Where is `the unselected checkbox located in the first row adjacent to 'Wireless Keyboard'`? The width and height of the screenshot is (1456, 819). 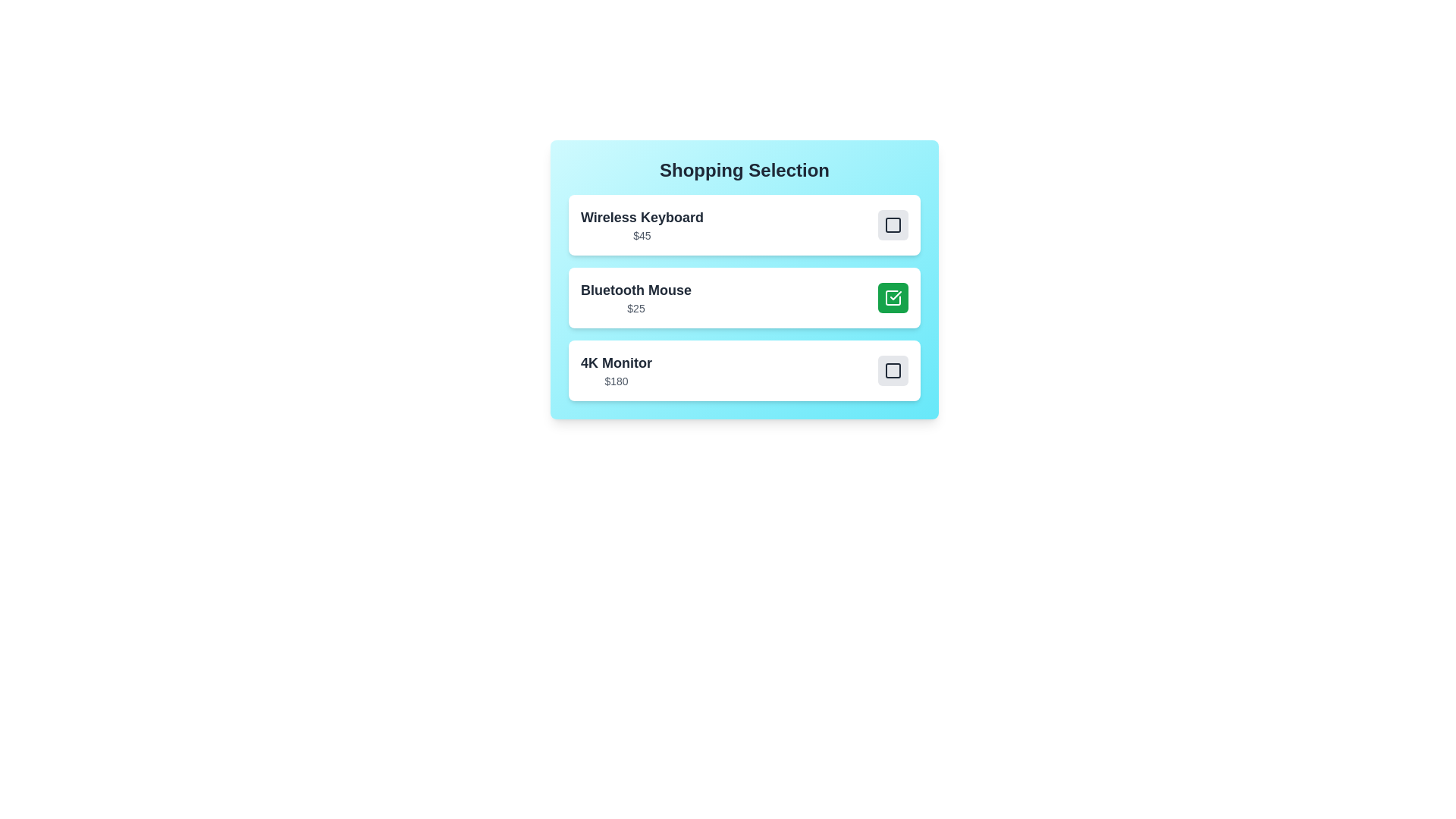
the unselected checkbox located in the first row adjacent to 'Wireless Keyboard' is located at coordinates (893, 225).